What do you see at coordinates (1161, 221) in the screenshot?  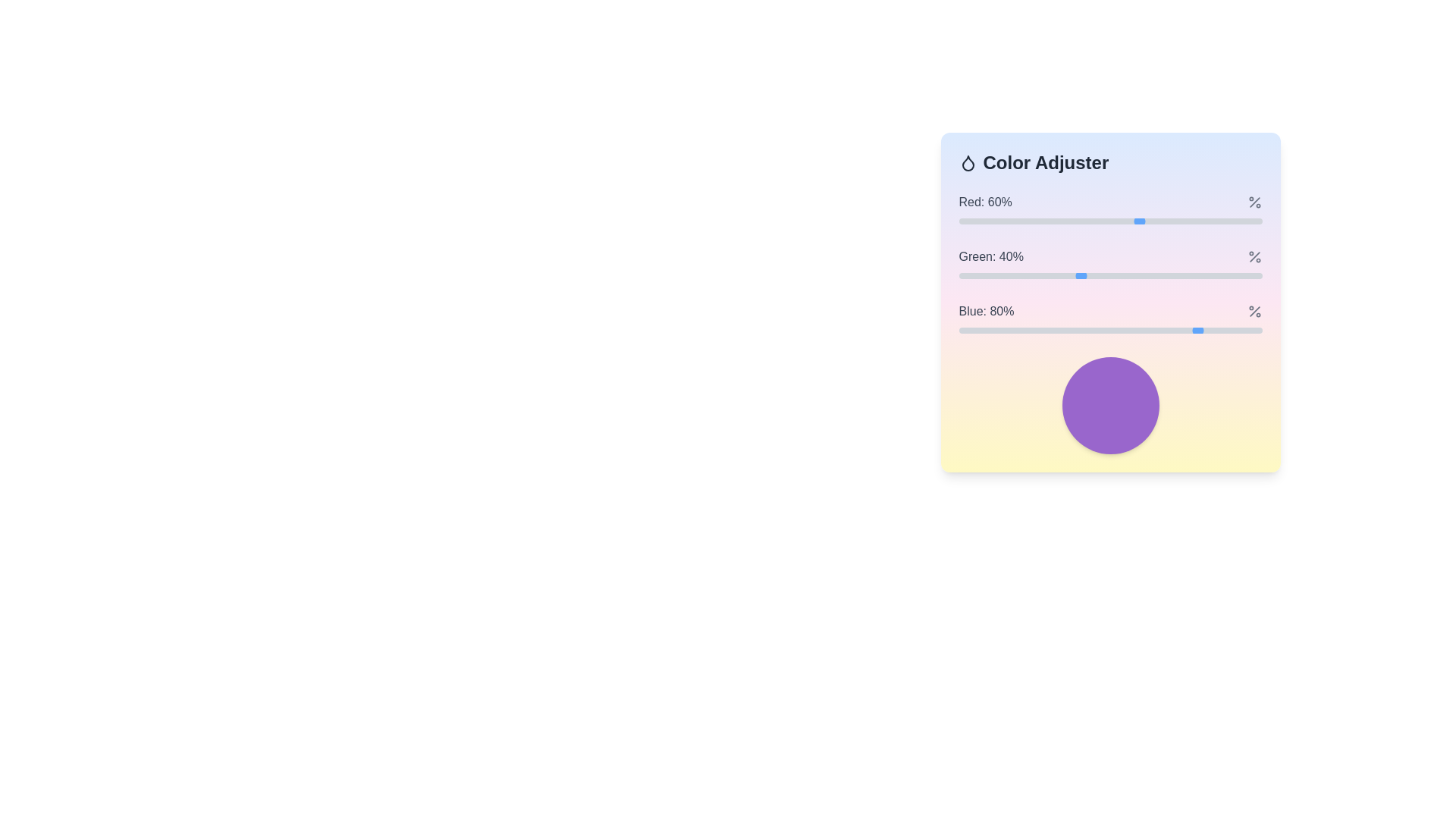 I see `the red color level to 67% by moving the slider` at bounding box center [1161, 221].